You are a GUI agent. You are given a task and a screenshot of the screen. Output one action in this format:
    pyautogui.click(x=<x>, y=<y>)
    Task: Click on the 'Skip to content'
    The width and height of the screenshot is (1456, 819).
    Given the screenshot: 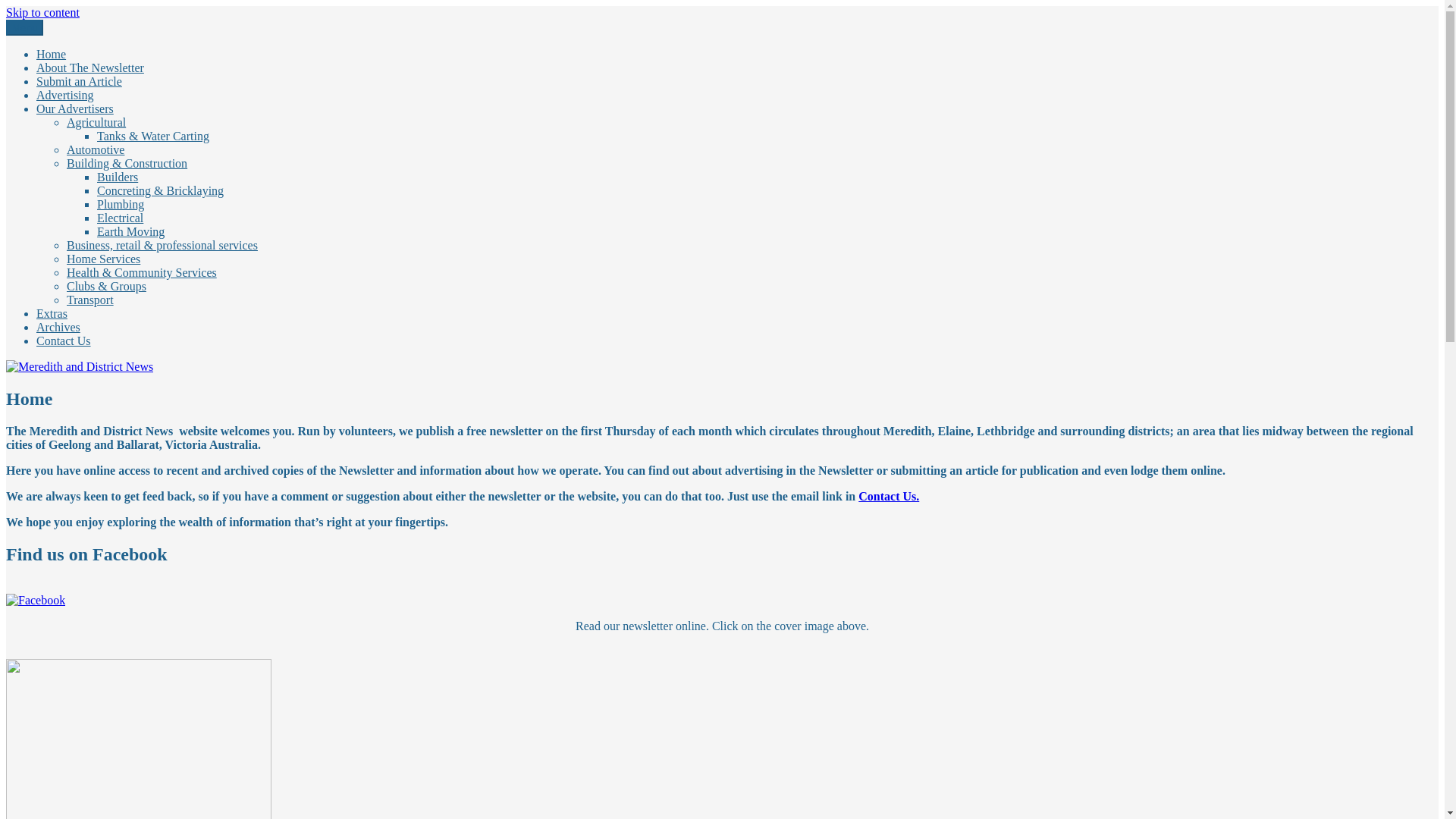 What is the action you would take?
    pyautogui.click(x=42, y=12)
    